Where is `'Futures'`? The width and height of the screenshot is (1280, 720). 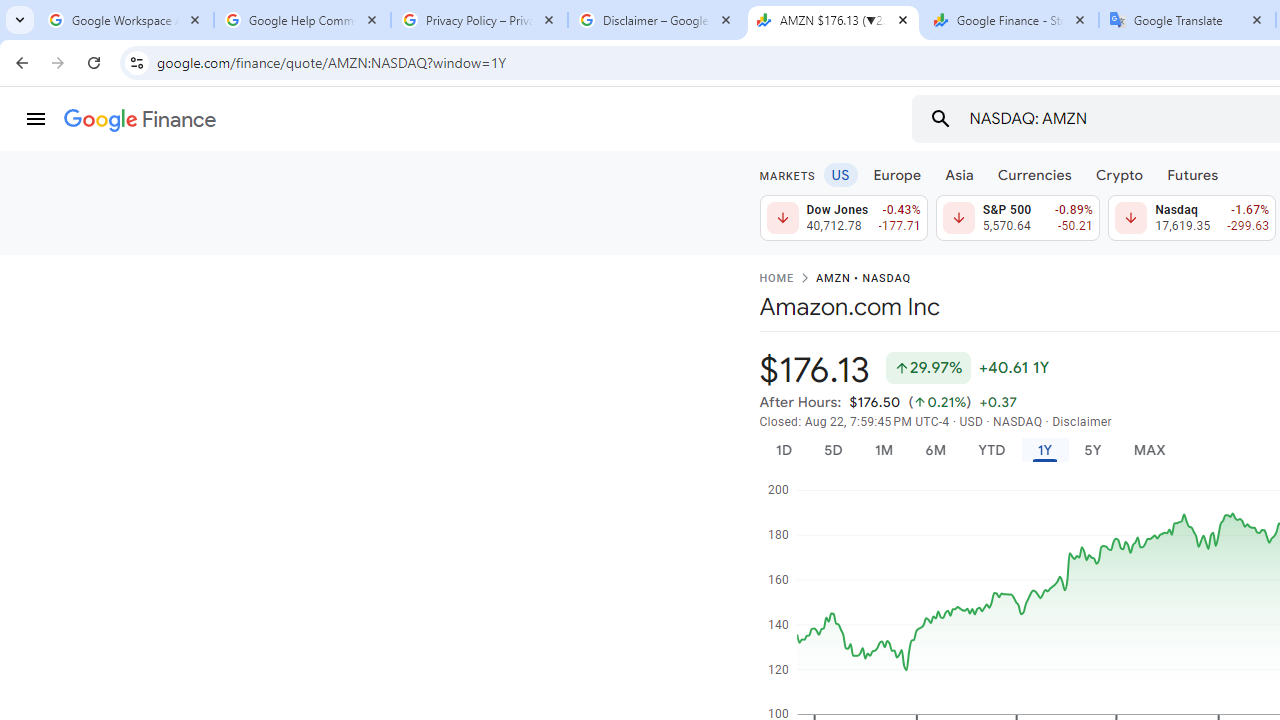
'Futures' is located at coordinates (1192, 173).